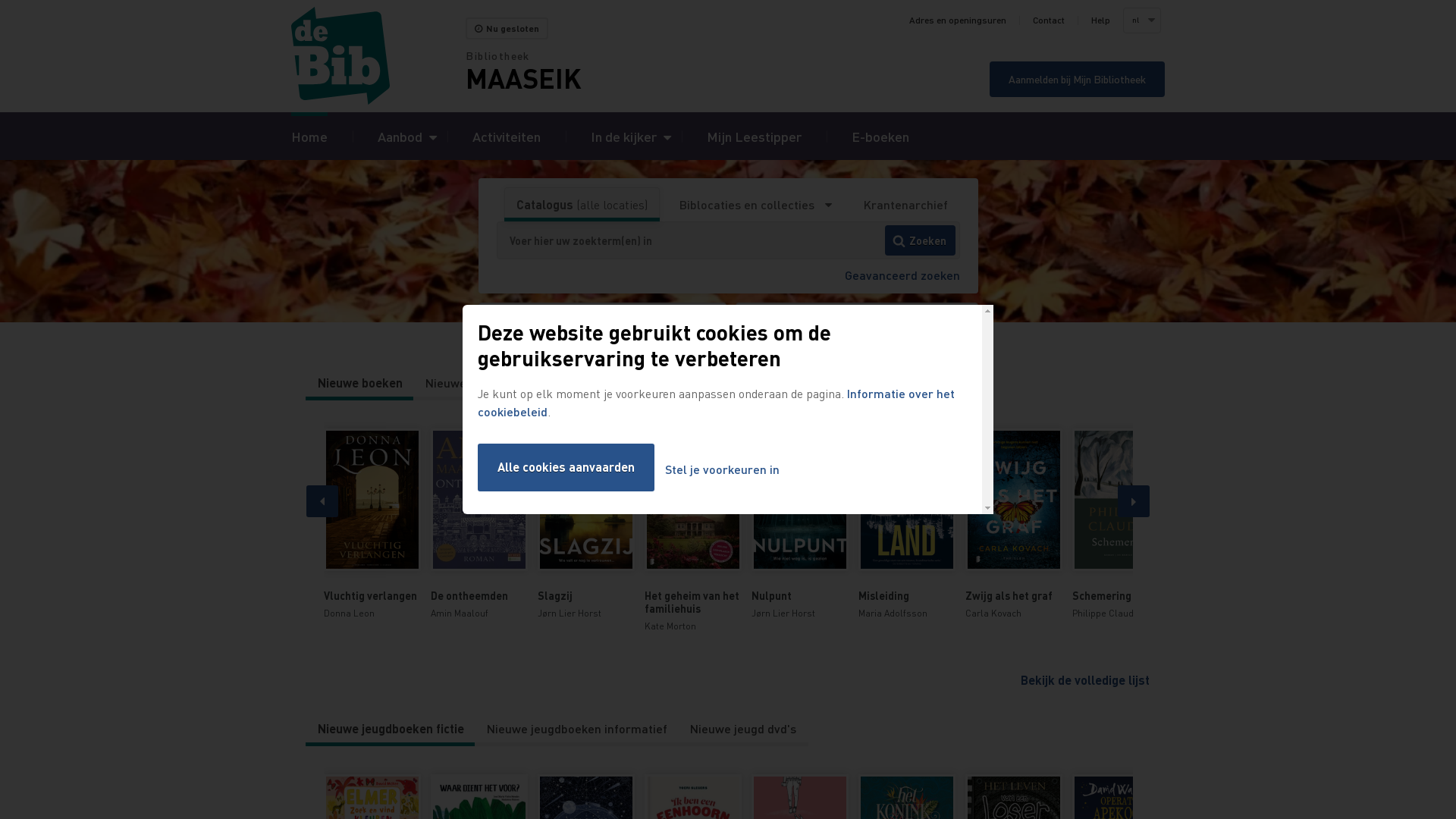 Image resolution: width=1456 pixels, height=819 pixels. What do you see at coordinates (565, 466) in the screenshot?
I see `'Alle cookies aanvaarden'` at bounding box center [565, 466].